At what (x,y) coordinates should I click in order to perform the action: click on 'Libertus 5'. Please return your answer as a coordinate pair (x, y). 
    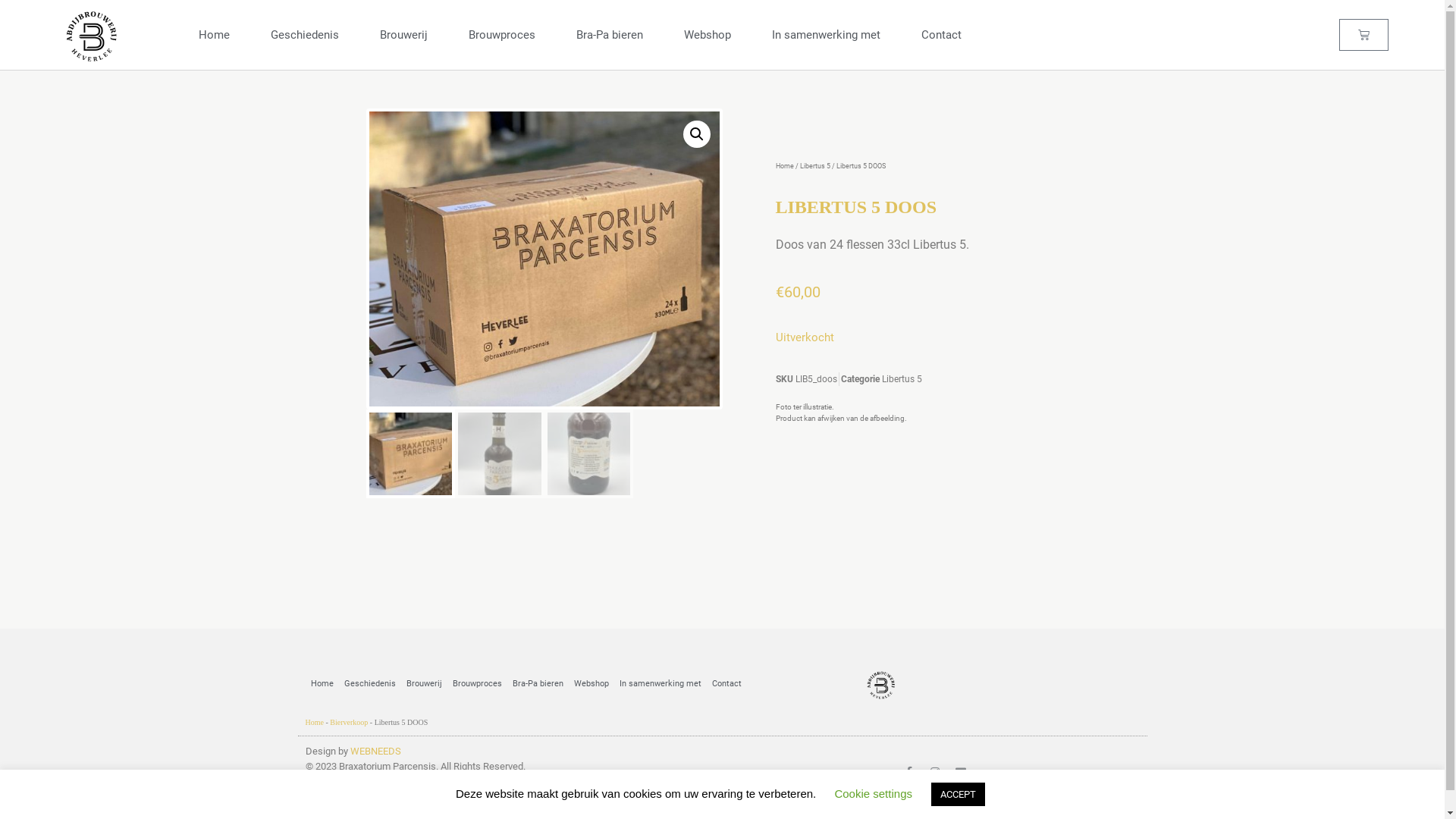
    Looking at the image, I should click on (814, 166).